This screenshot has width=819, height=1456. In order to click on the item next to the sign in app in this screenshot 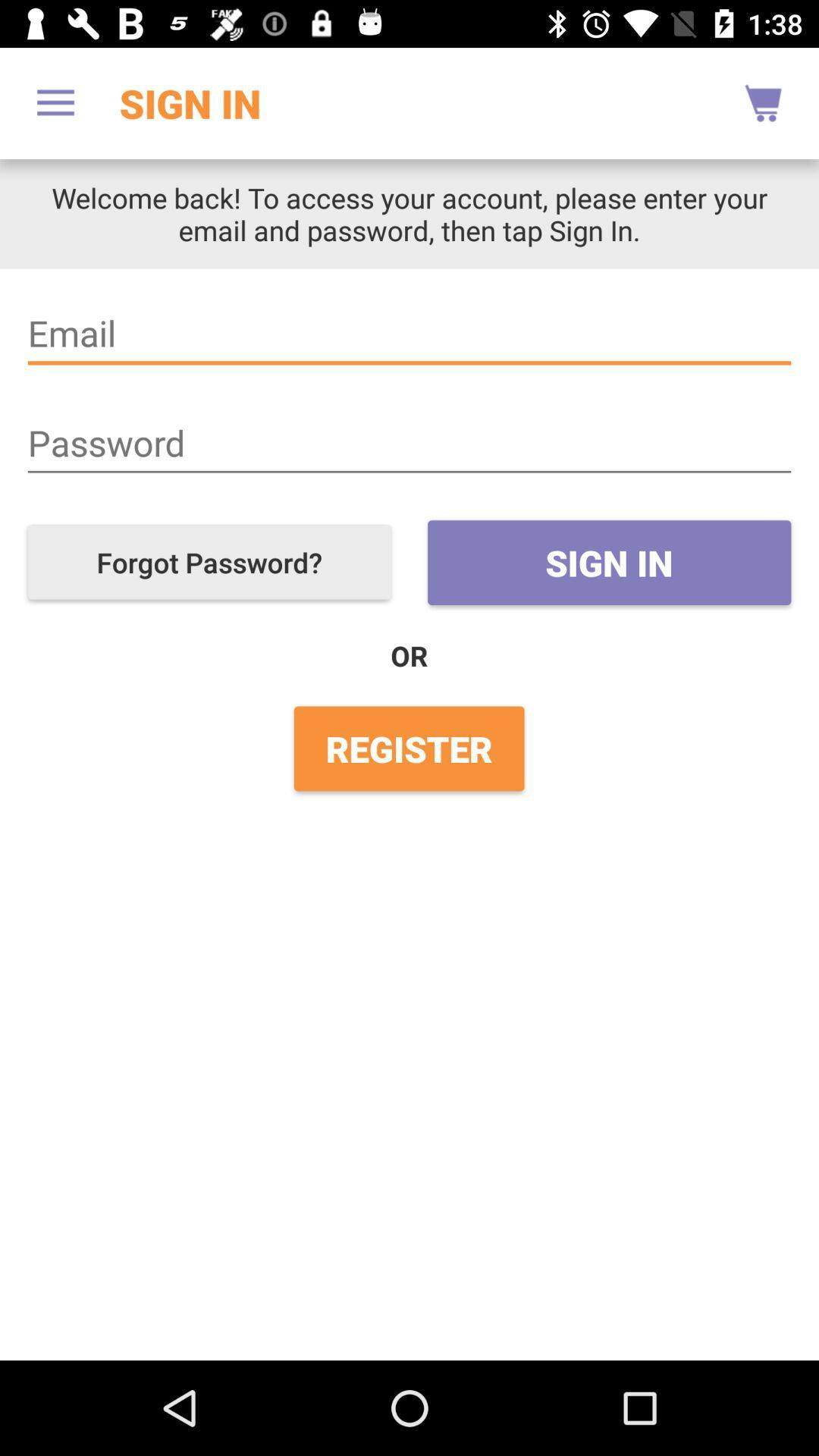, I will do `click(55, 102)`.